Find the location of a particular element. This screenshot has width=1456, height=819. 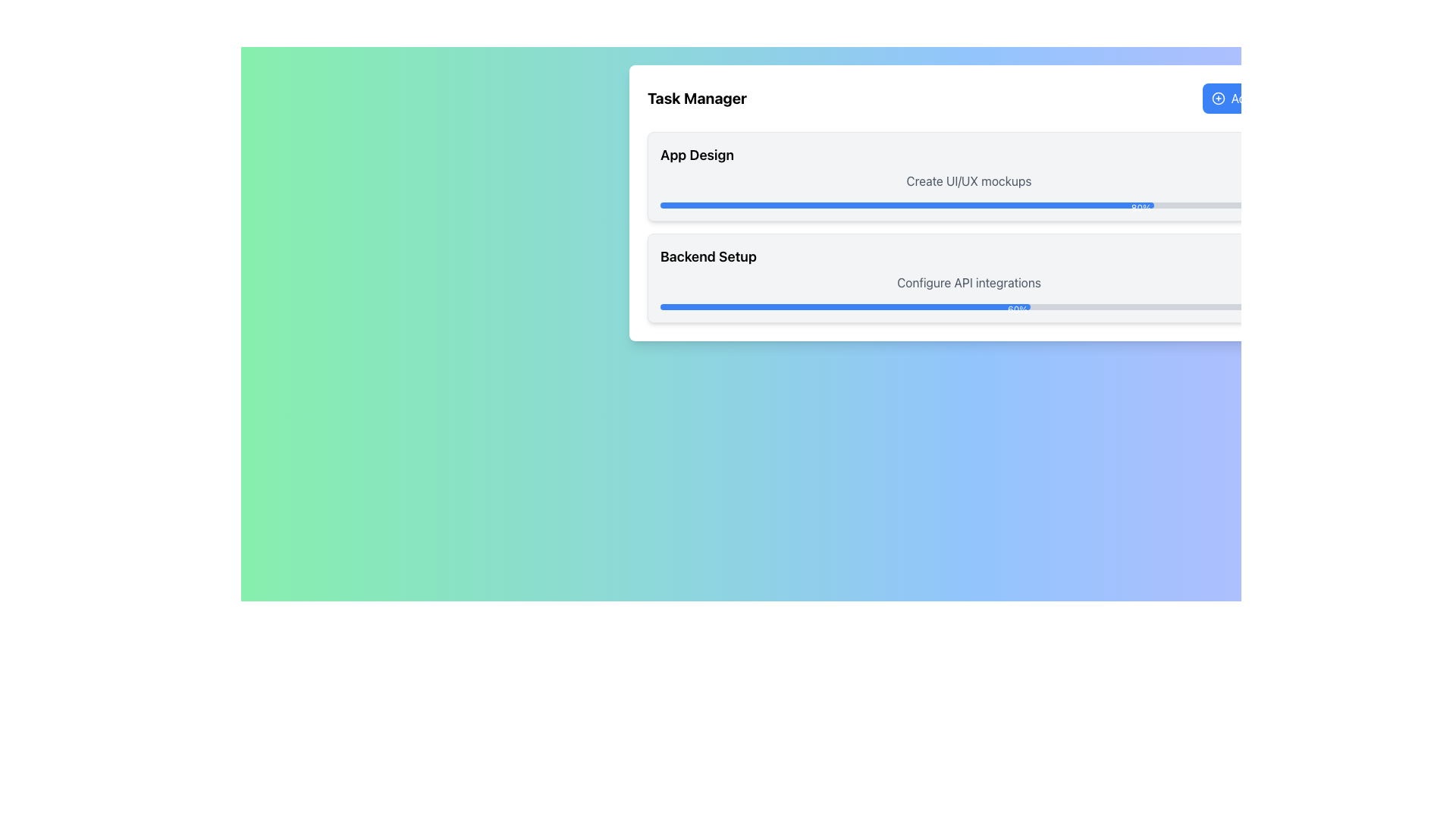

the percentage completion status displayed by the text label located at the far right end of the progress bar under the header 'Create UI/UX mockups' is located at coordinates (1141, 205).